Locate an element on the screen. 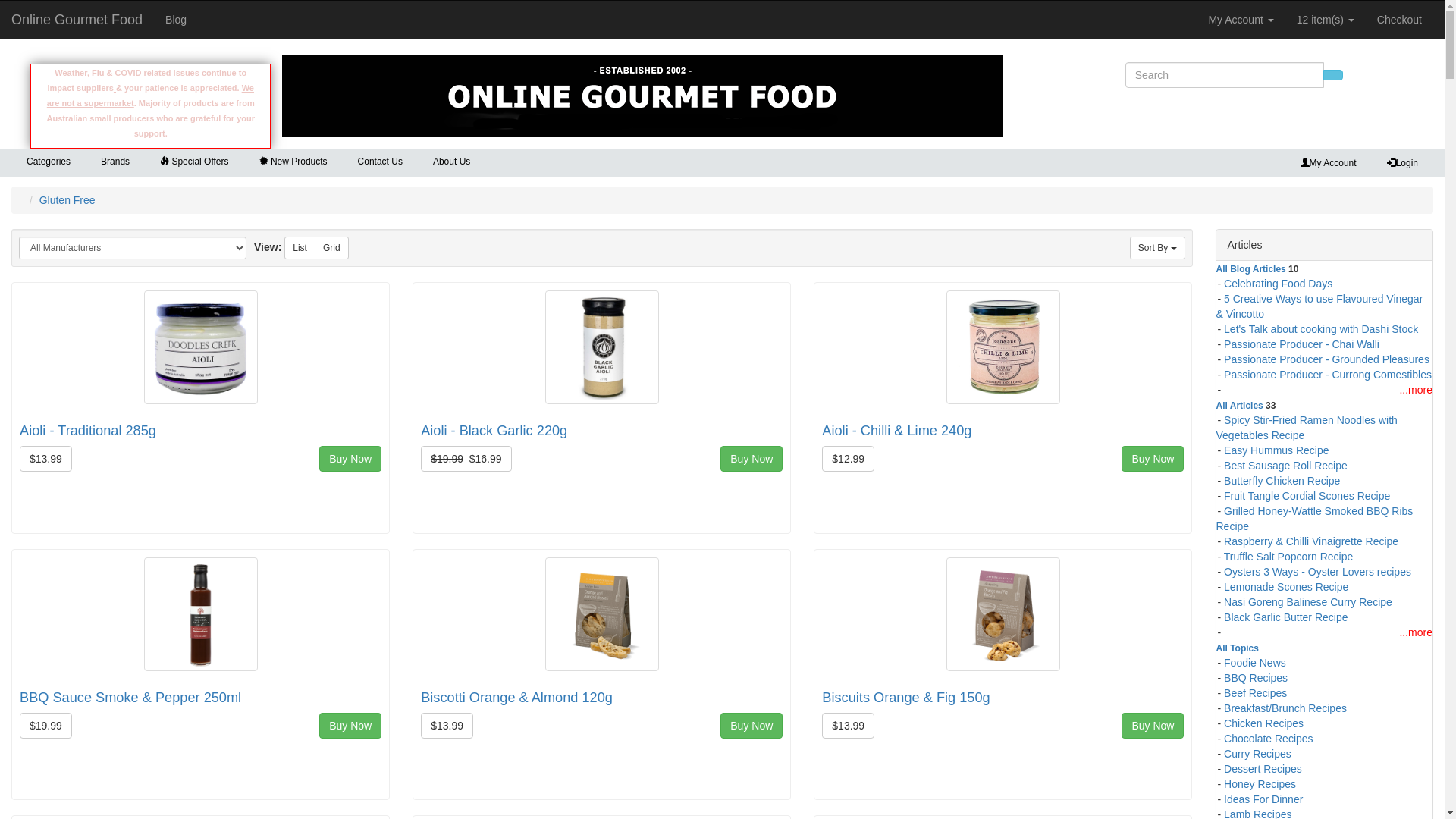  '$19.99  $16.99' is located at coordinates (421, 458).